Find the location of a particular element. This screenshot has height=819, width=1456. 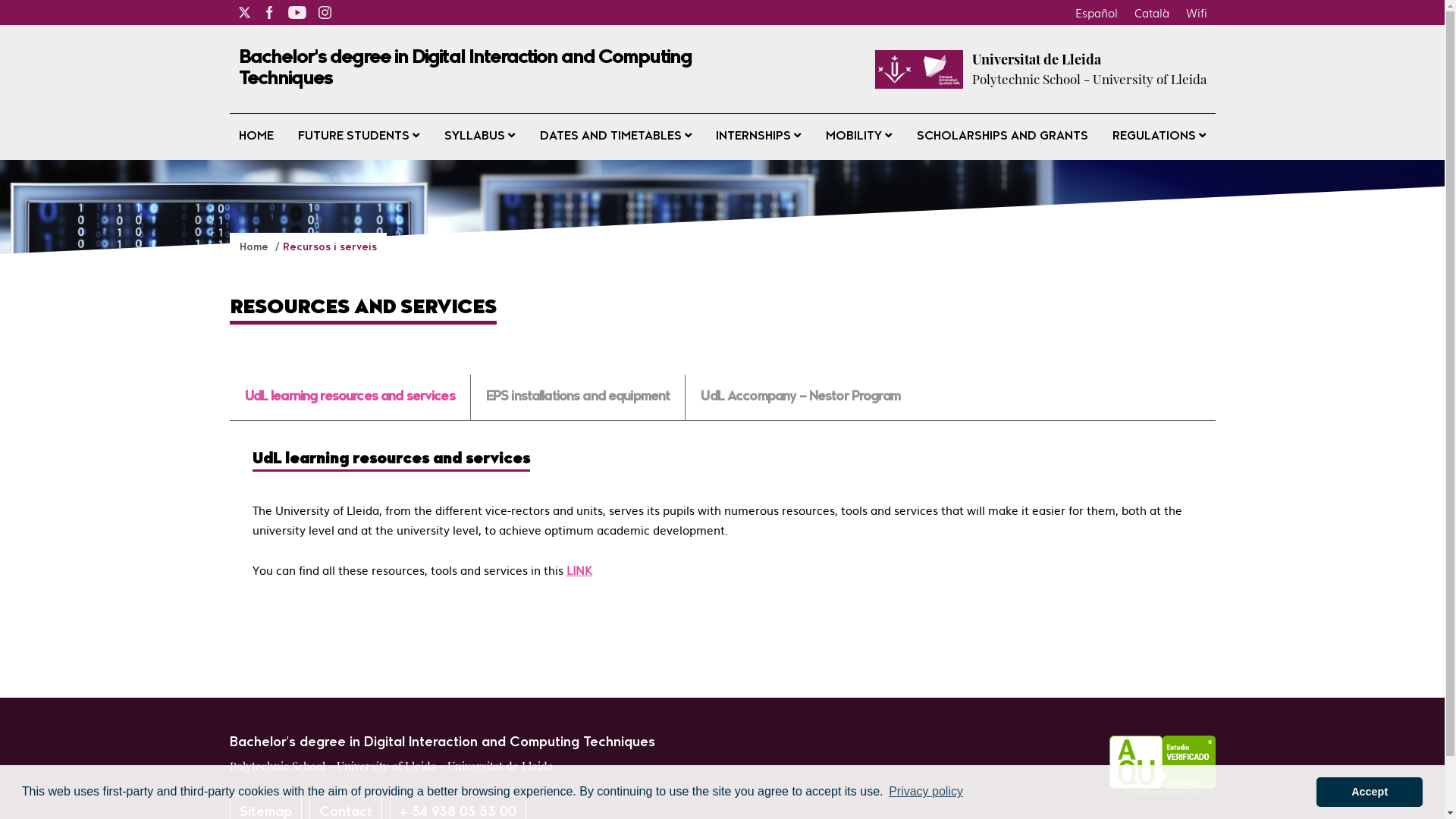

'Wifi' is located at coordinates (1195, 11).